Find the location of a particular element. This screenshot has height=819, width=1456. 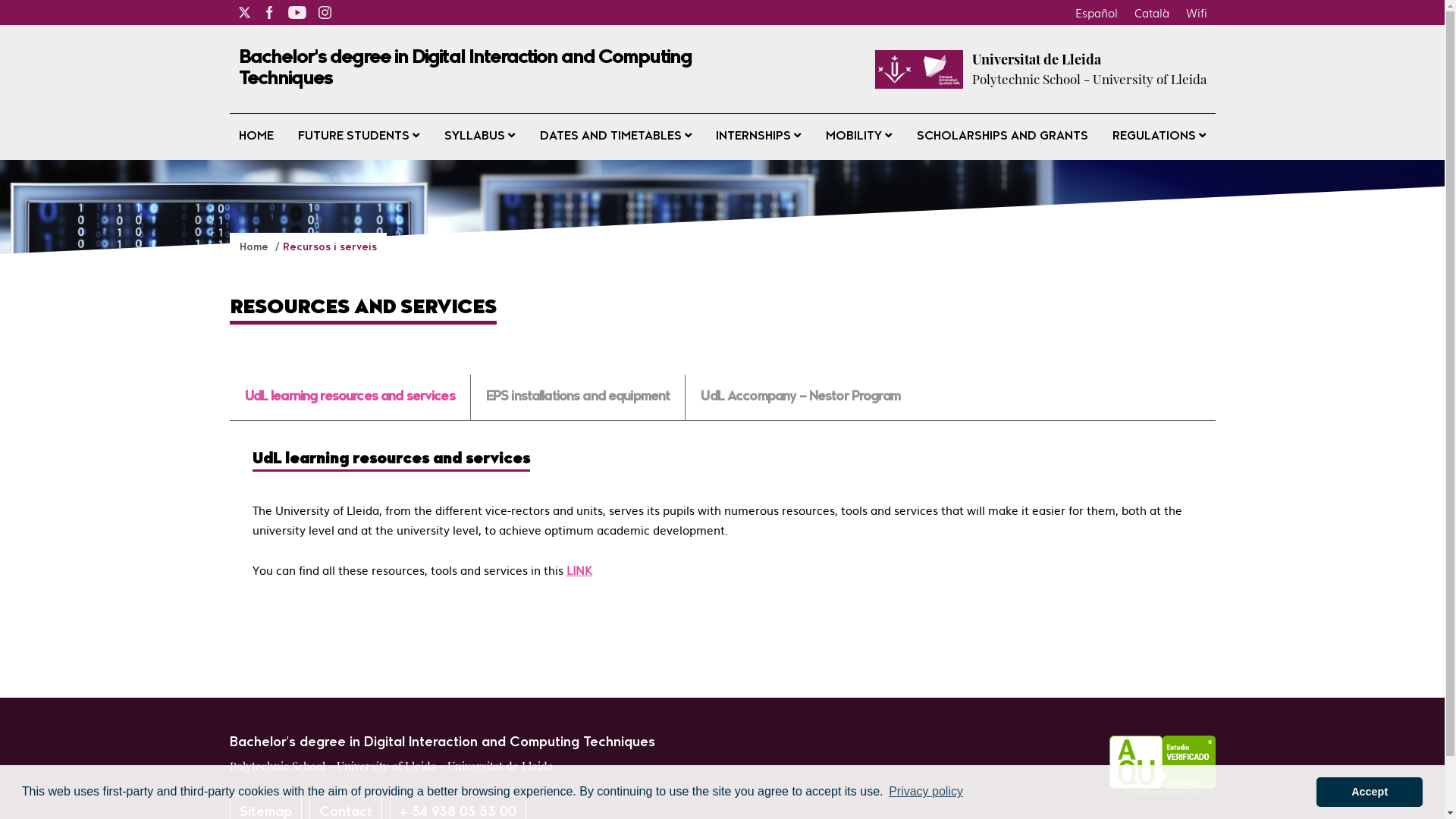

'Wifi' is located at coordinates (1195, 11).